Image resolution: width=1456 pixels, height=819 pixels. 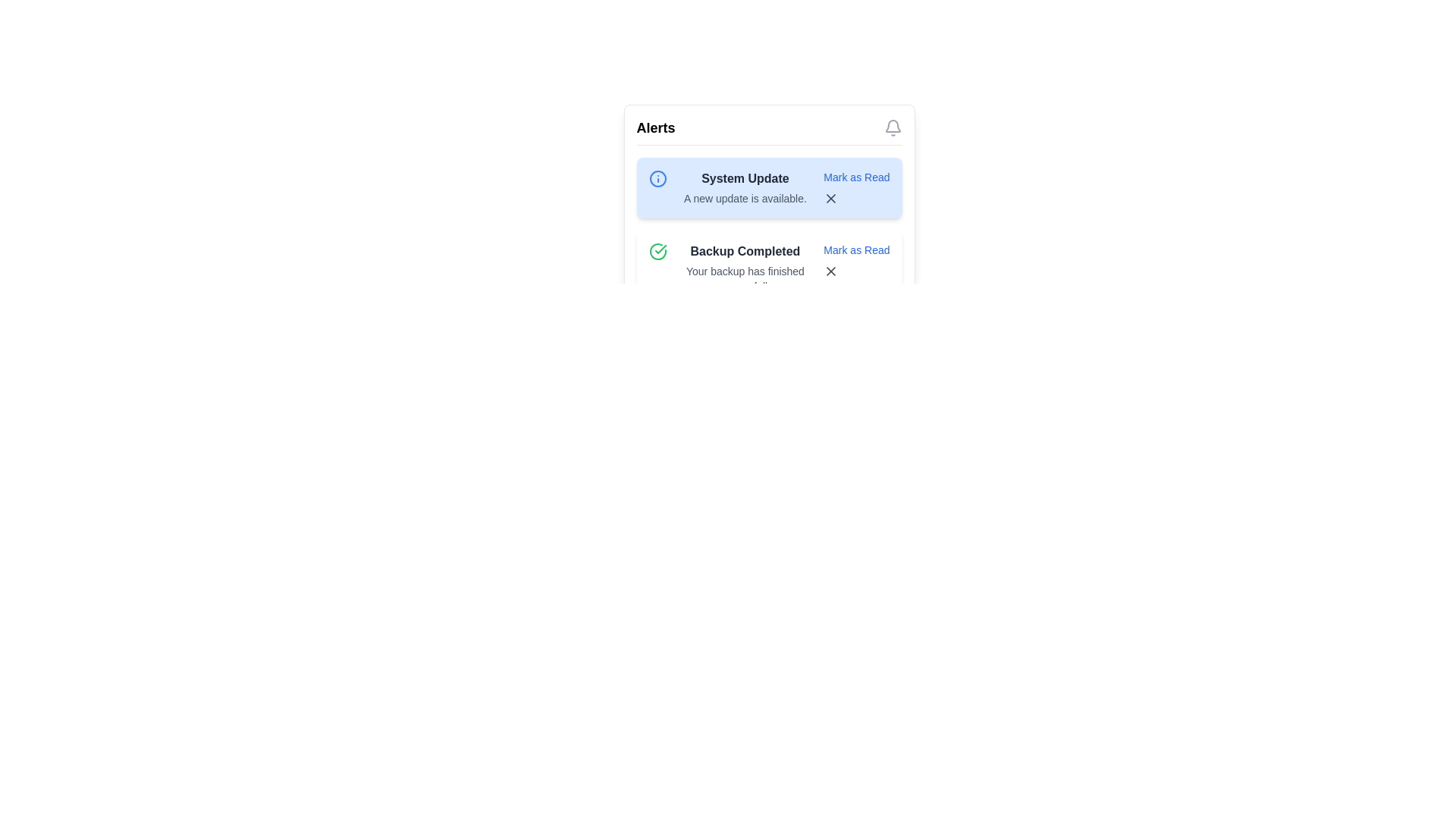 What do you see at coordinates (769, 268) in the screenshot?
I see `the Notification card to mark it as read, which appears as the second item in the vertical stack of notifications under 'Alerts'` at bounding box center [769, 268].